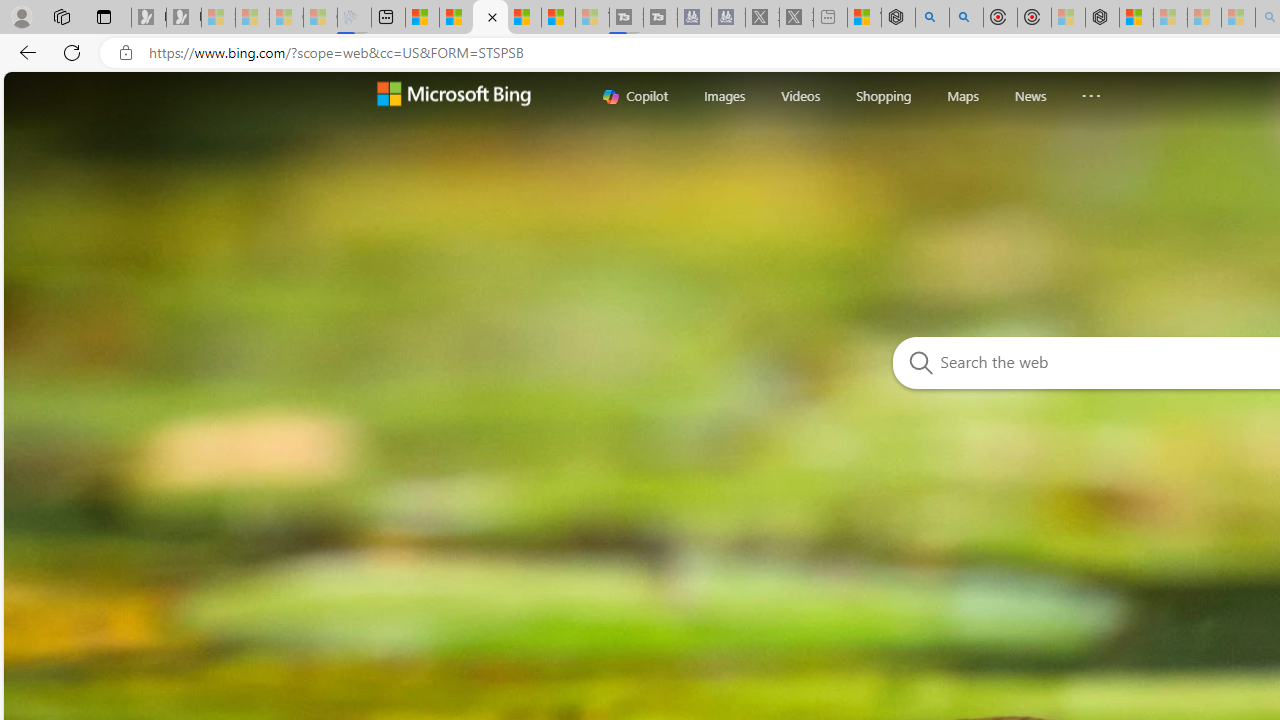  I want to click on 'Copilot', so click(634, 95).